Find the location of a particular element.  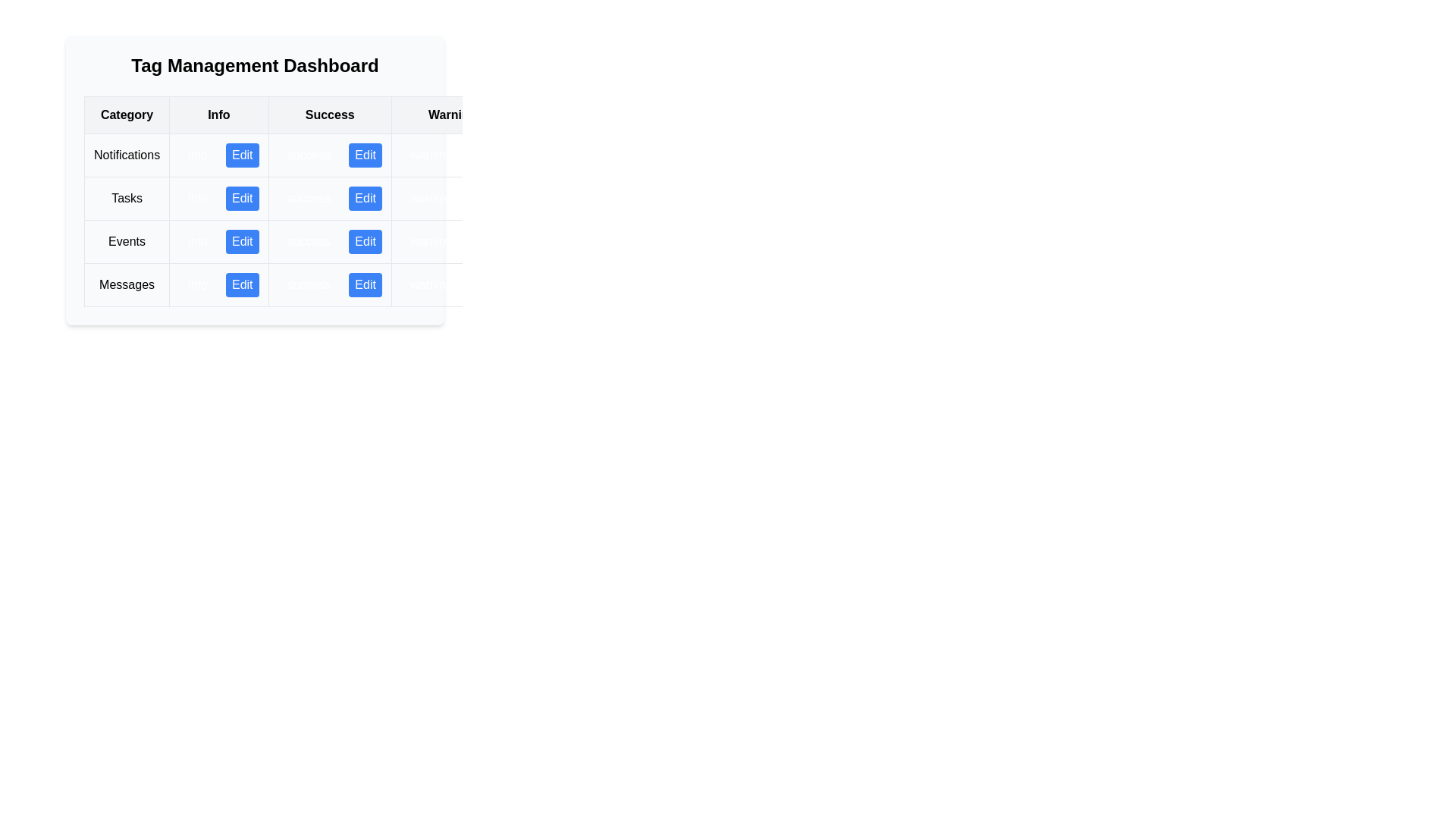

the 'Edit' button in the 'Success' category of the 'Events' section in the 'Tag Management Dashboard' is located at coordinates (350, 241).